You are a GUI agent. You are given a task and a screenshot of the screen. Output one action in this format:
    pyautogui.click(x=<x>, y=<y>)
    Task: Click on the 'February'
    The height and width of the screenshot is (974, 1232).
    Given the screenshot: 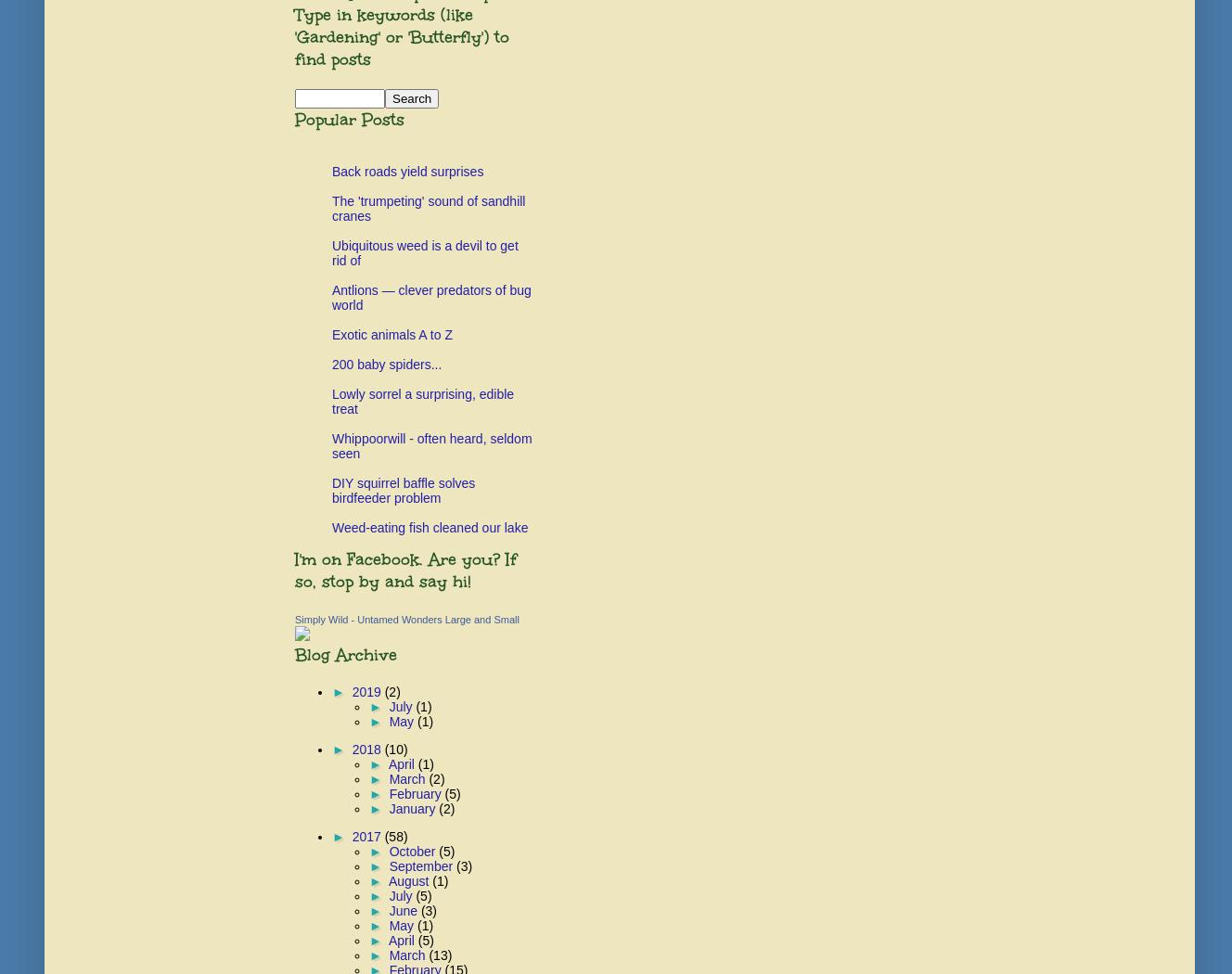 What is the action you would take?
    pyautogui.click(x=415, y=793)
    